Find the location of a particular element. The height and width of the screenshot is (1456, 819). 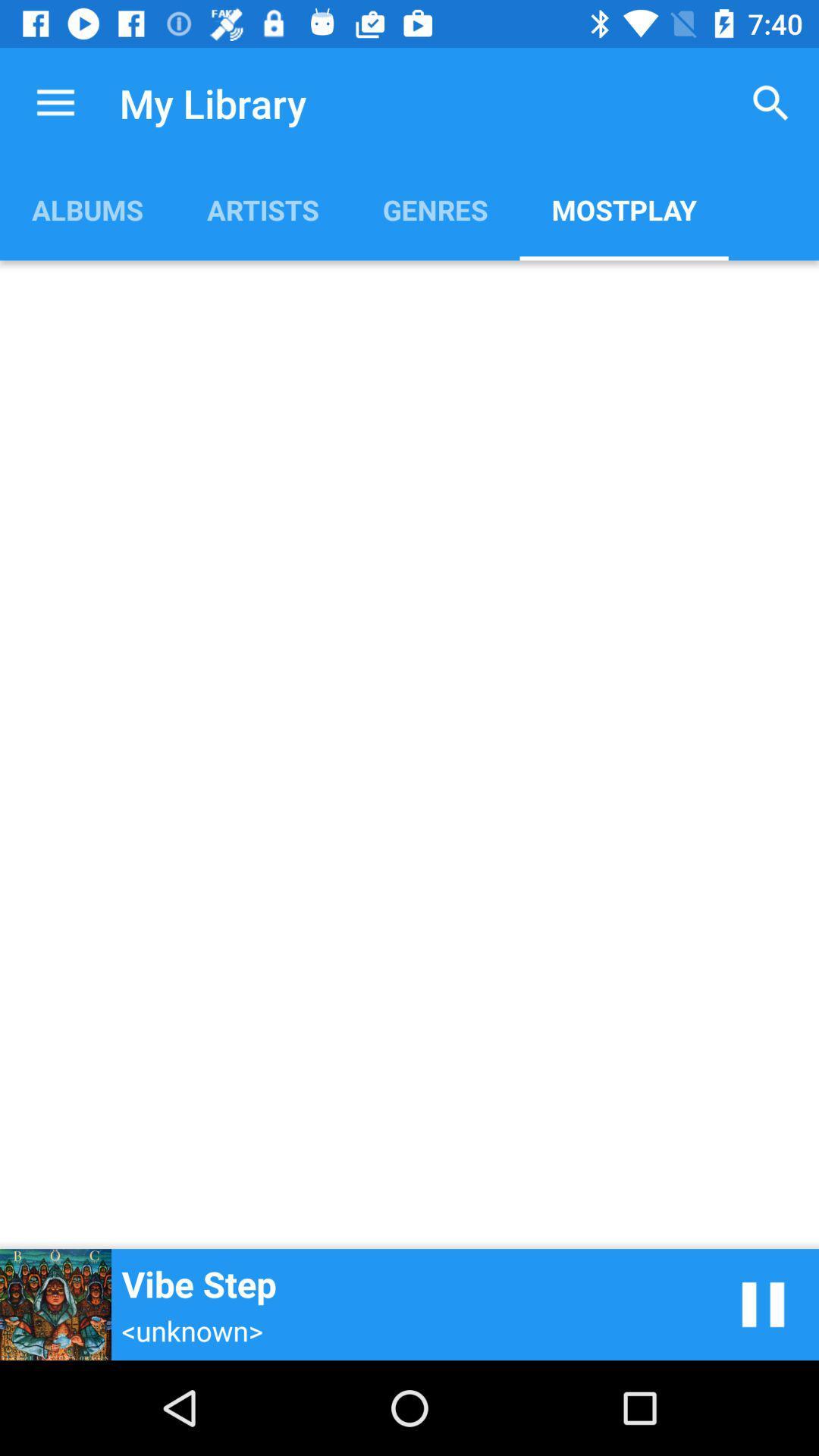

app next to albums app is located at coordinates (262, 209).